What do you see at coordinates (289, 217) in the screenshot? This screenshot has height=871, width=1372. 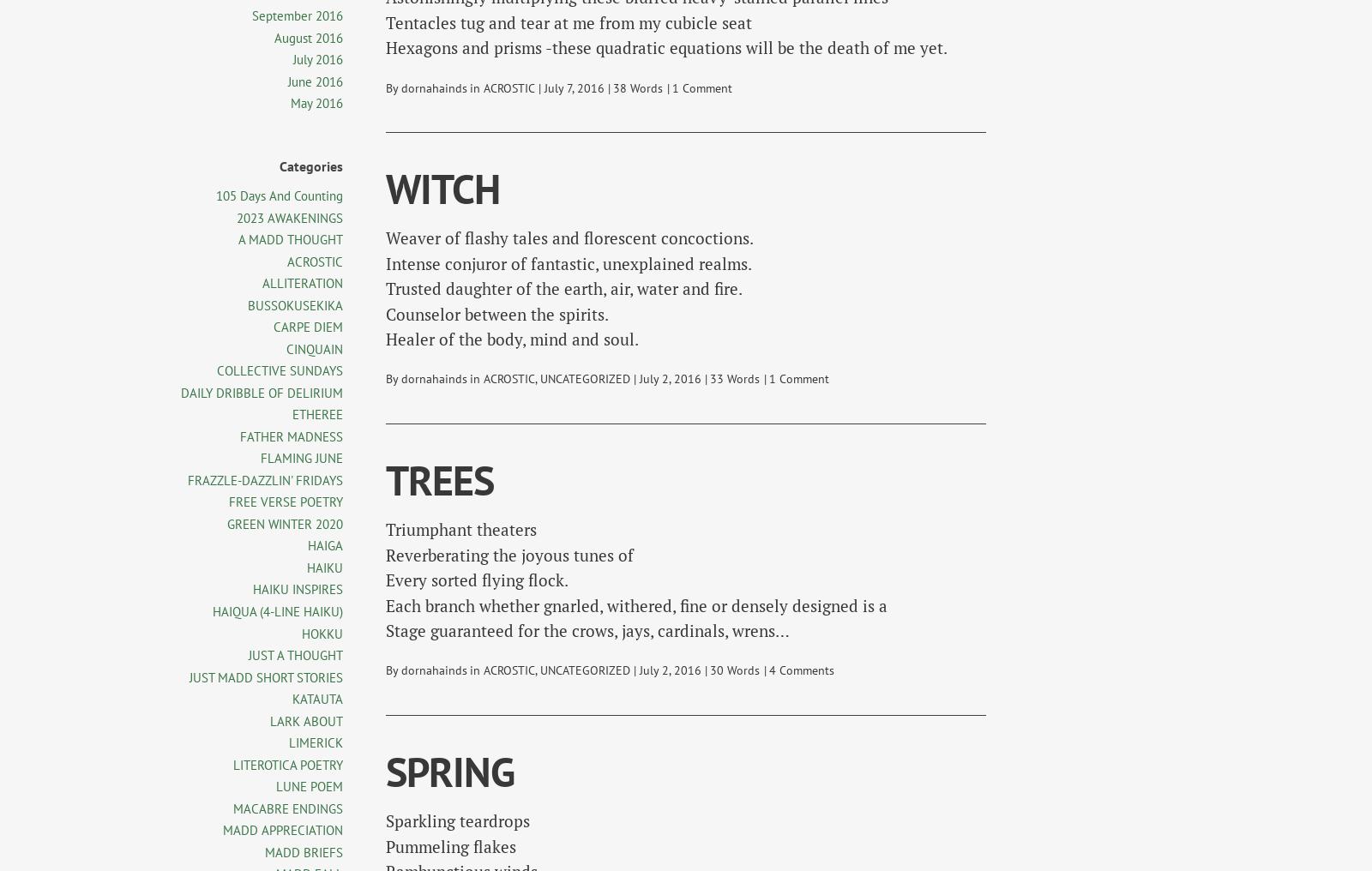 I see `'2023 AWAKENINGS'` at bounding box center [289, 217].